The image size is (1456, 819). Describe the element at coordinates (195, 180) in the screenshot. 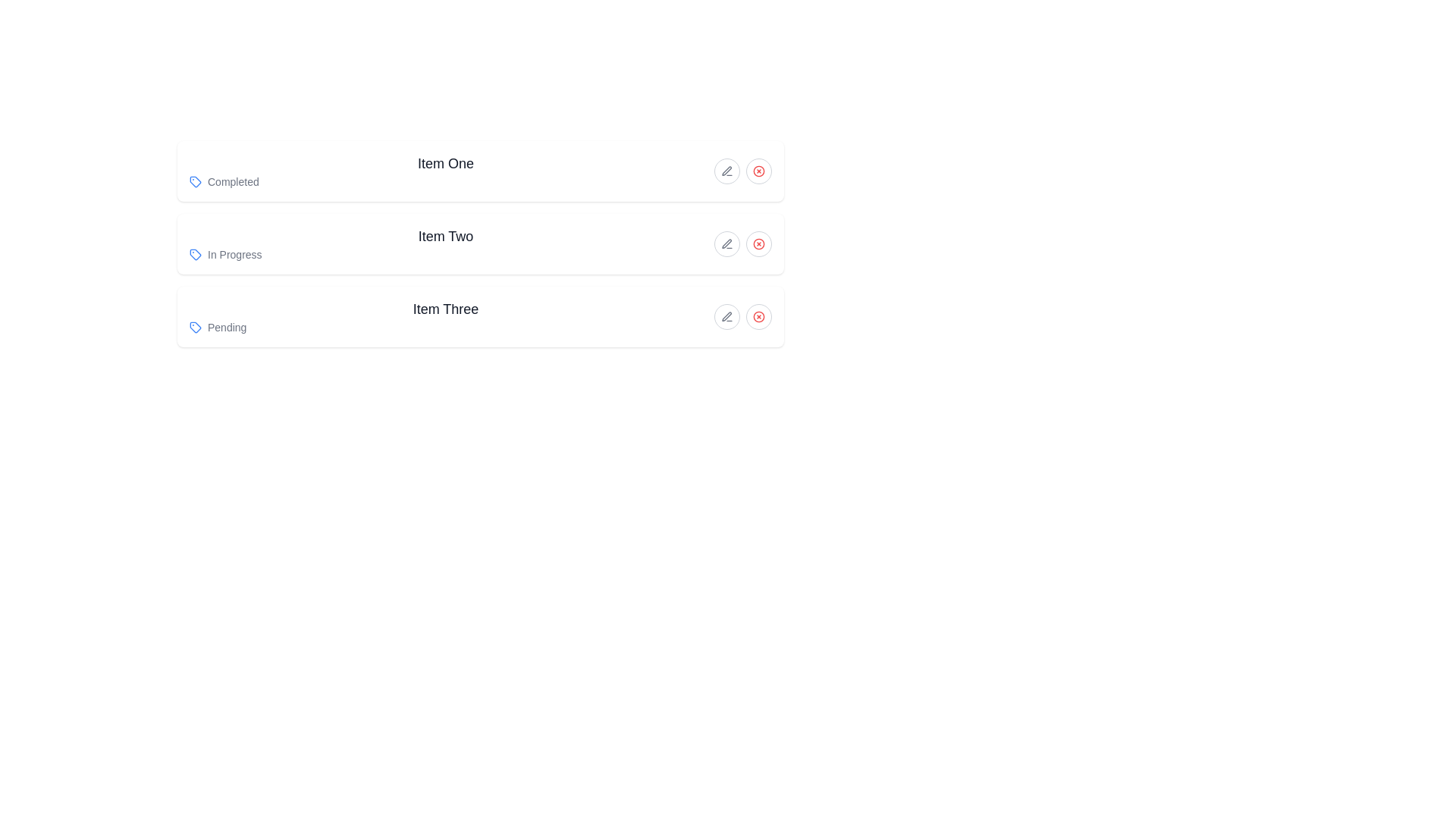

I see `the SVG element forming part of the blue tag-like icon indicating the status 'Completed', located in the first row of a list adjacent to the text 'Completed'` at that location.